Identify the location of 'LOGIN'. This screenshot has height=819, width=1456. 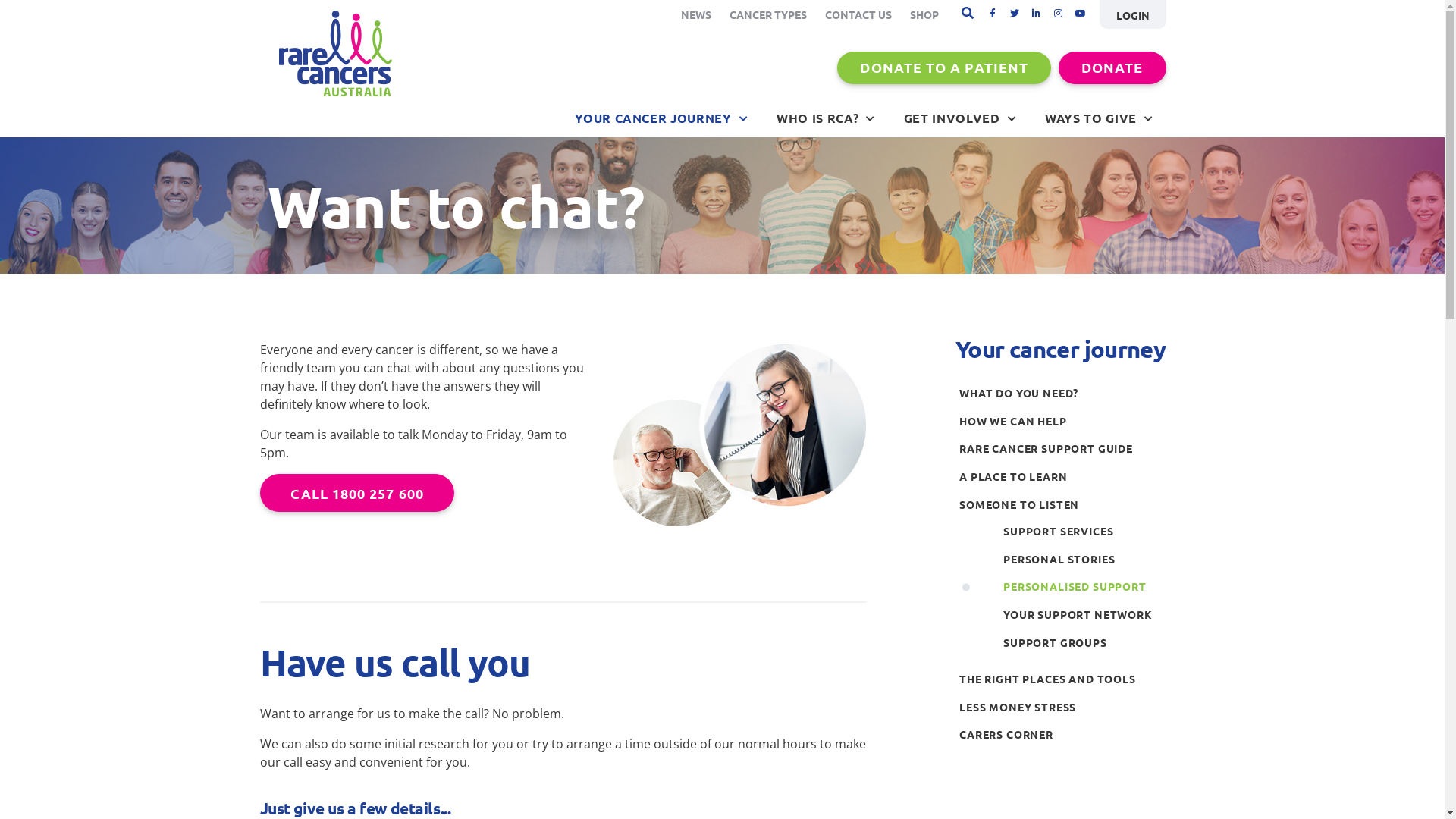
(1132, 14).